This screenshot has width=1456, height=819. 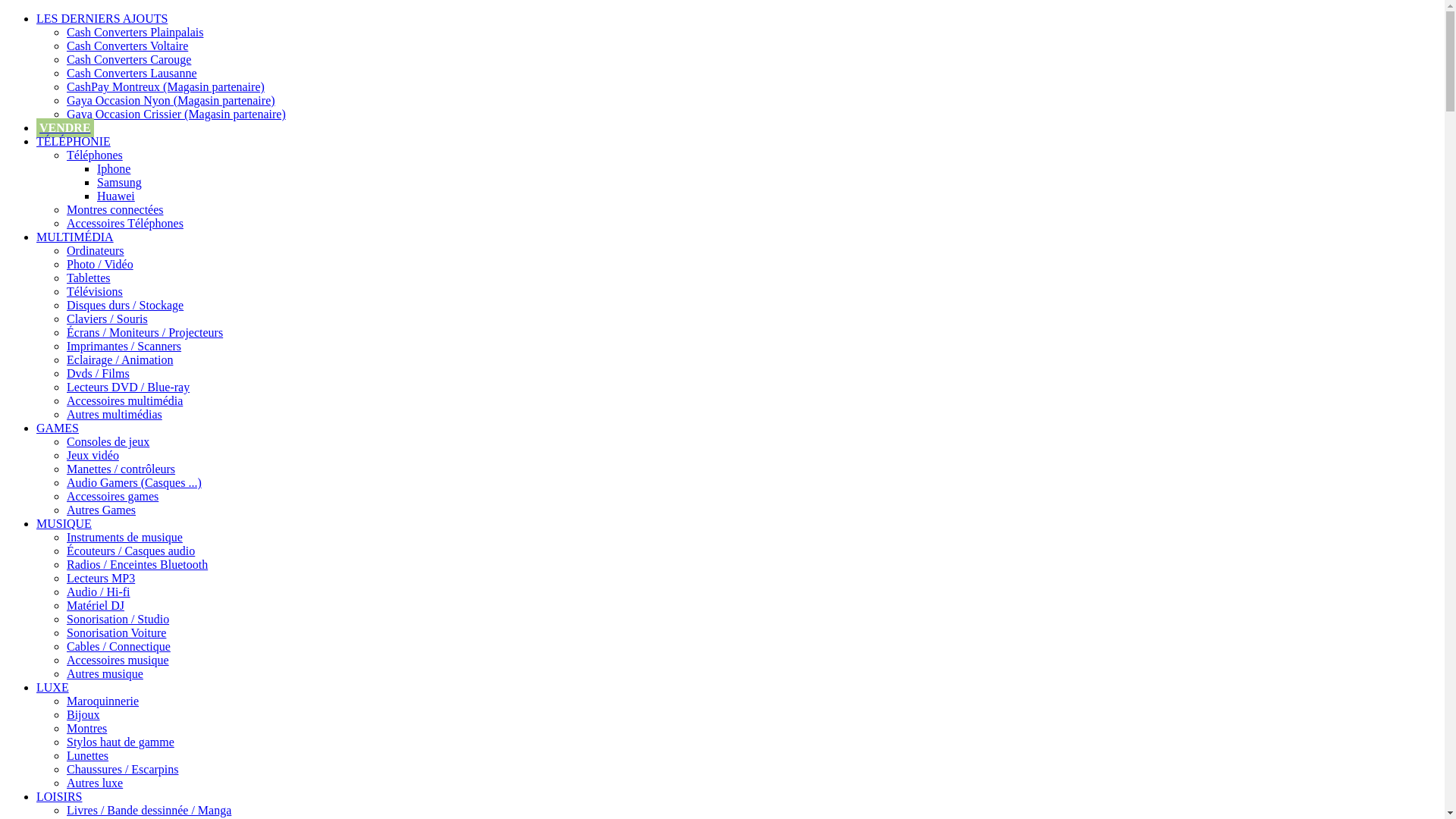 What do you see at coordinates (131, 73) in the screenshot?
I see `'Cash Converters Lausanne'` at bounding box center [131, 73].